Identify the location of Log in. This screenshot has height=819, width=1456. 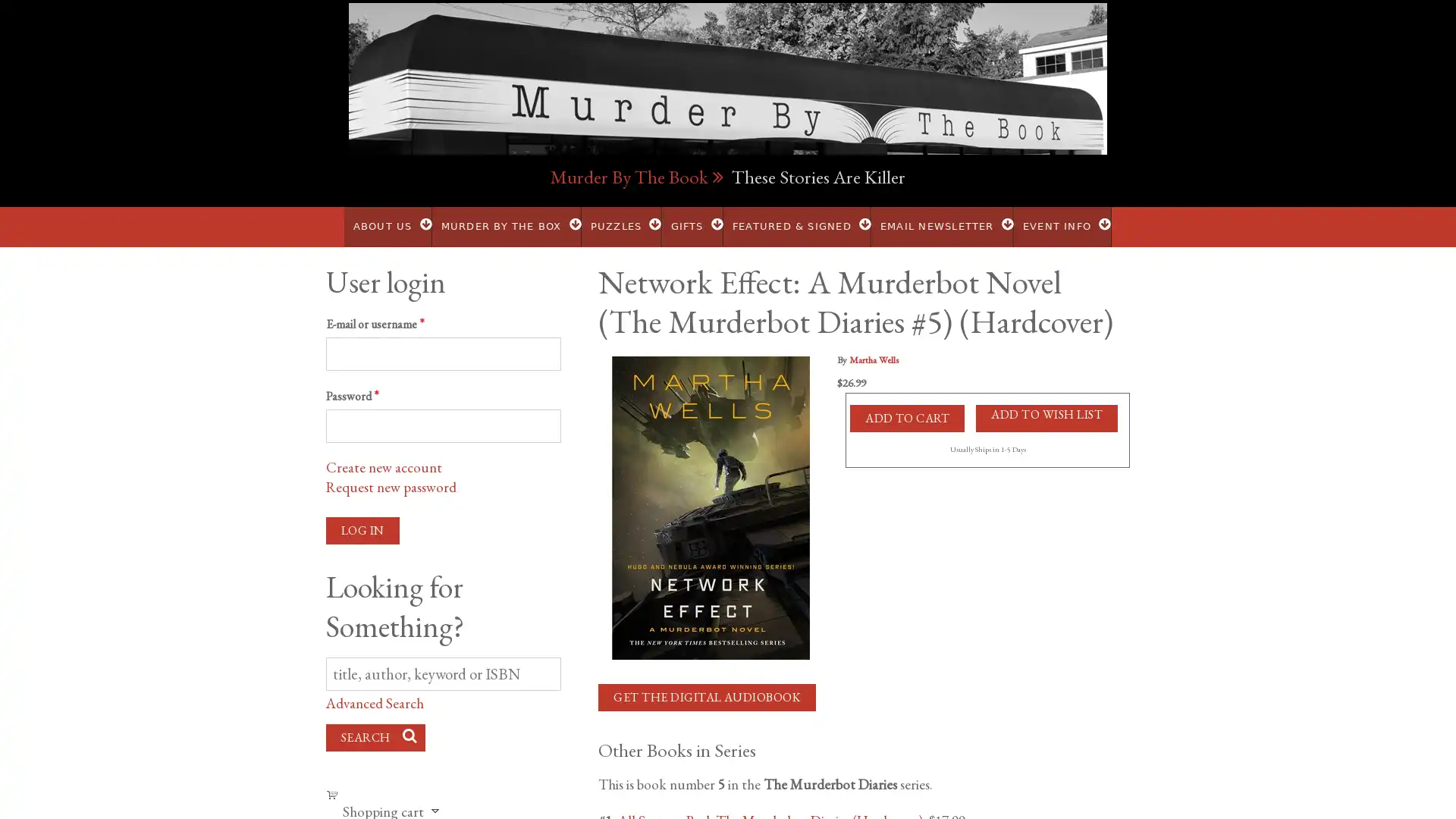
(362, 560).